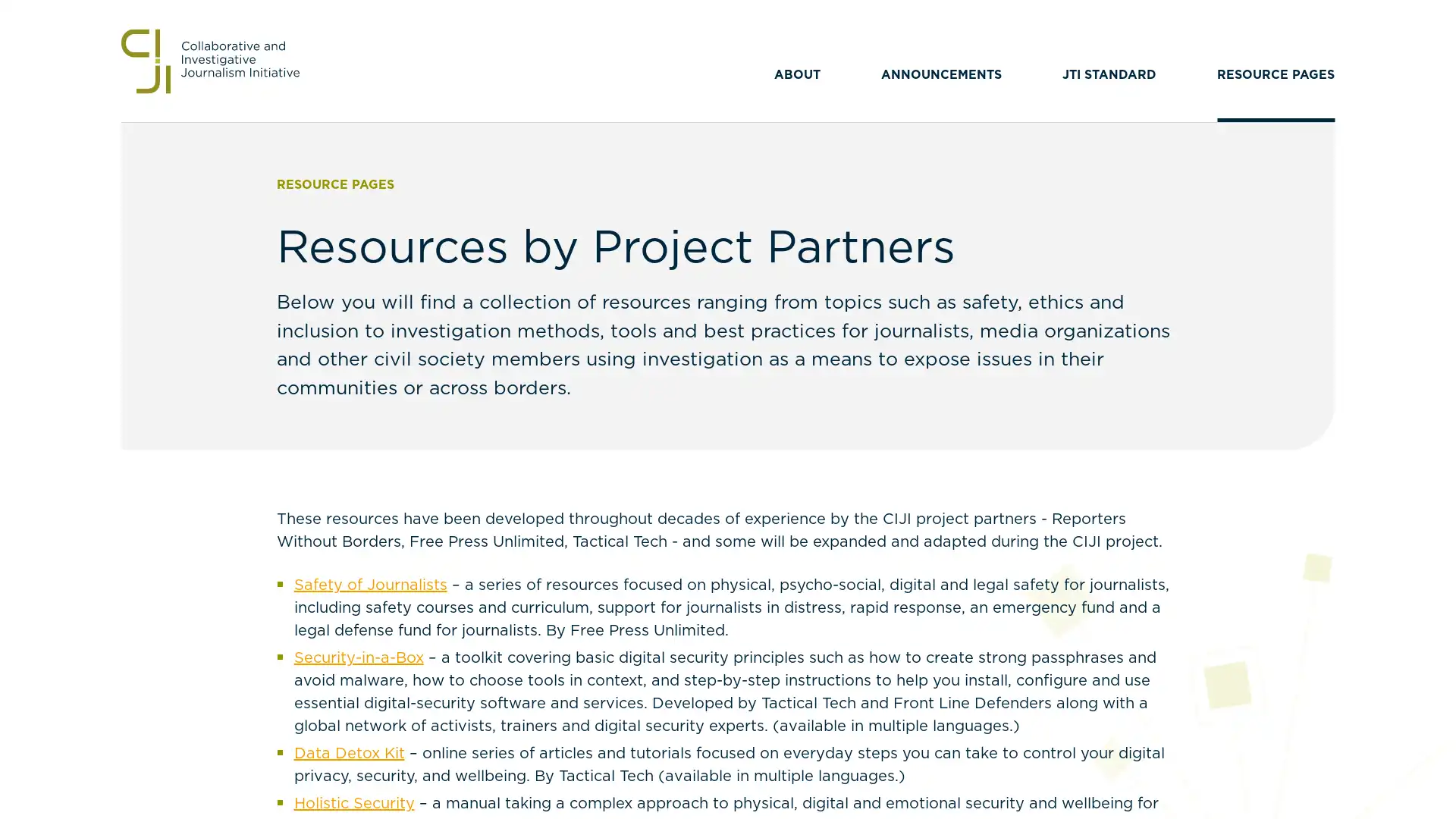 The image size is (1456, 819). Describe the element at coordinates (637, 444) in the screenshot. I see `more` at that location.